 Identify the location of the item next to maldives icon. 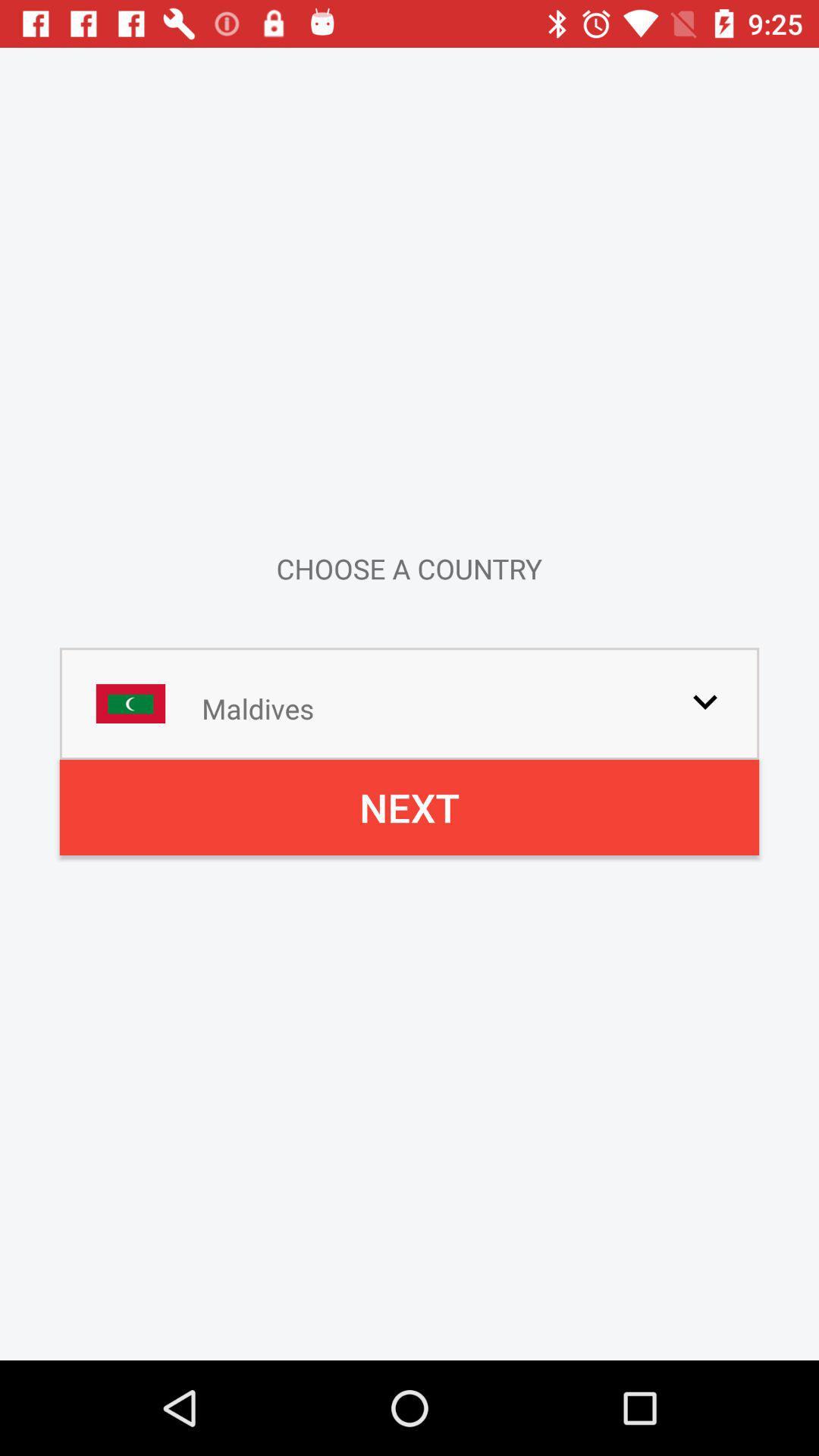
(704, 701).